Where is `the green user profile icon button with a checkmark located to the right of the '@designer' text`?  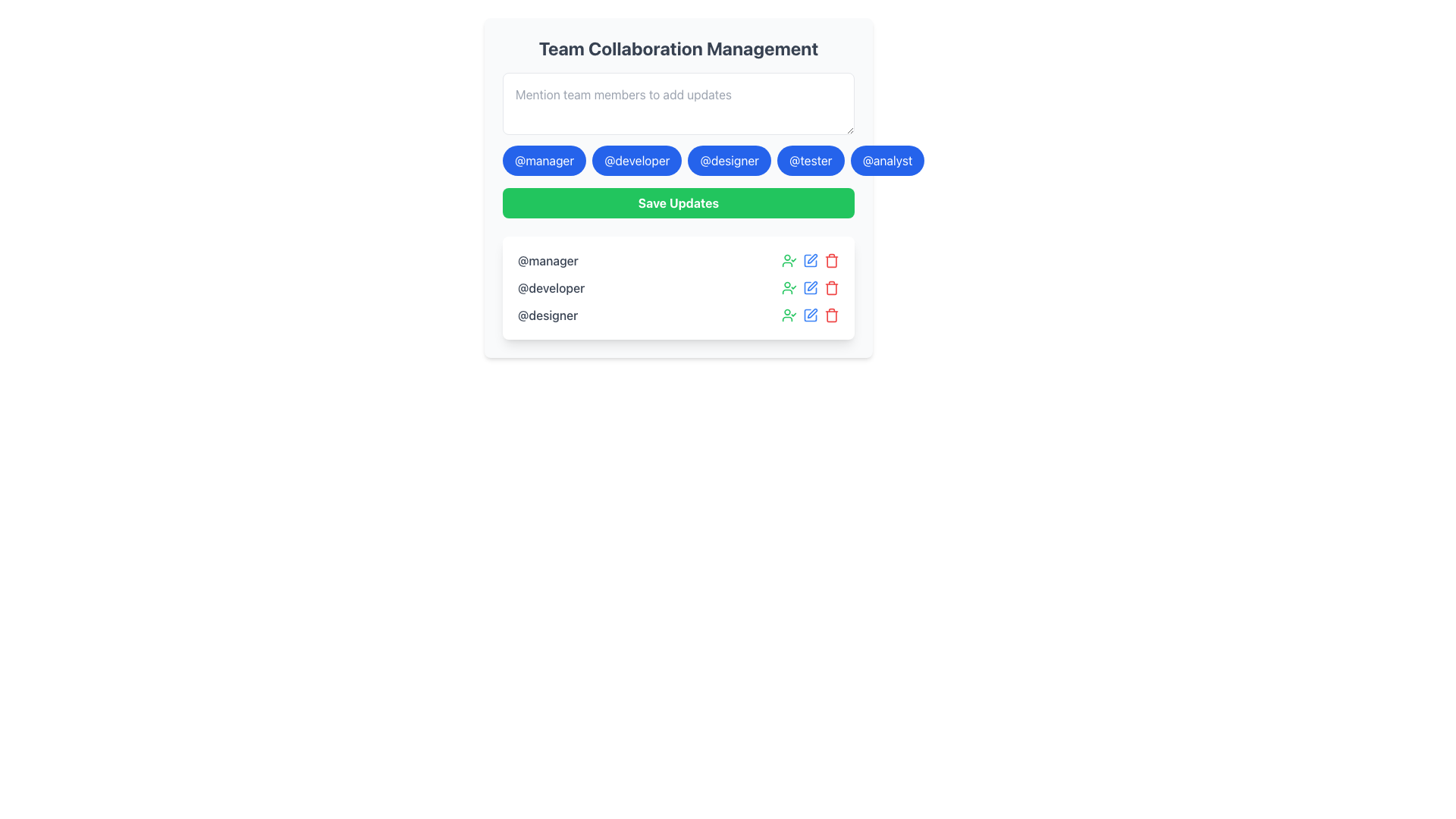
the green user profile icon button with a checkmark located to the right of the '@designer' text is located at coordinates (789, 315).